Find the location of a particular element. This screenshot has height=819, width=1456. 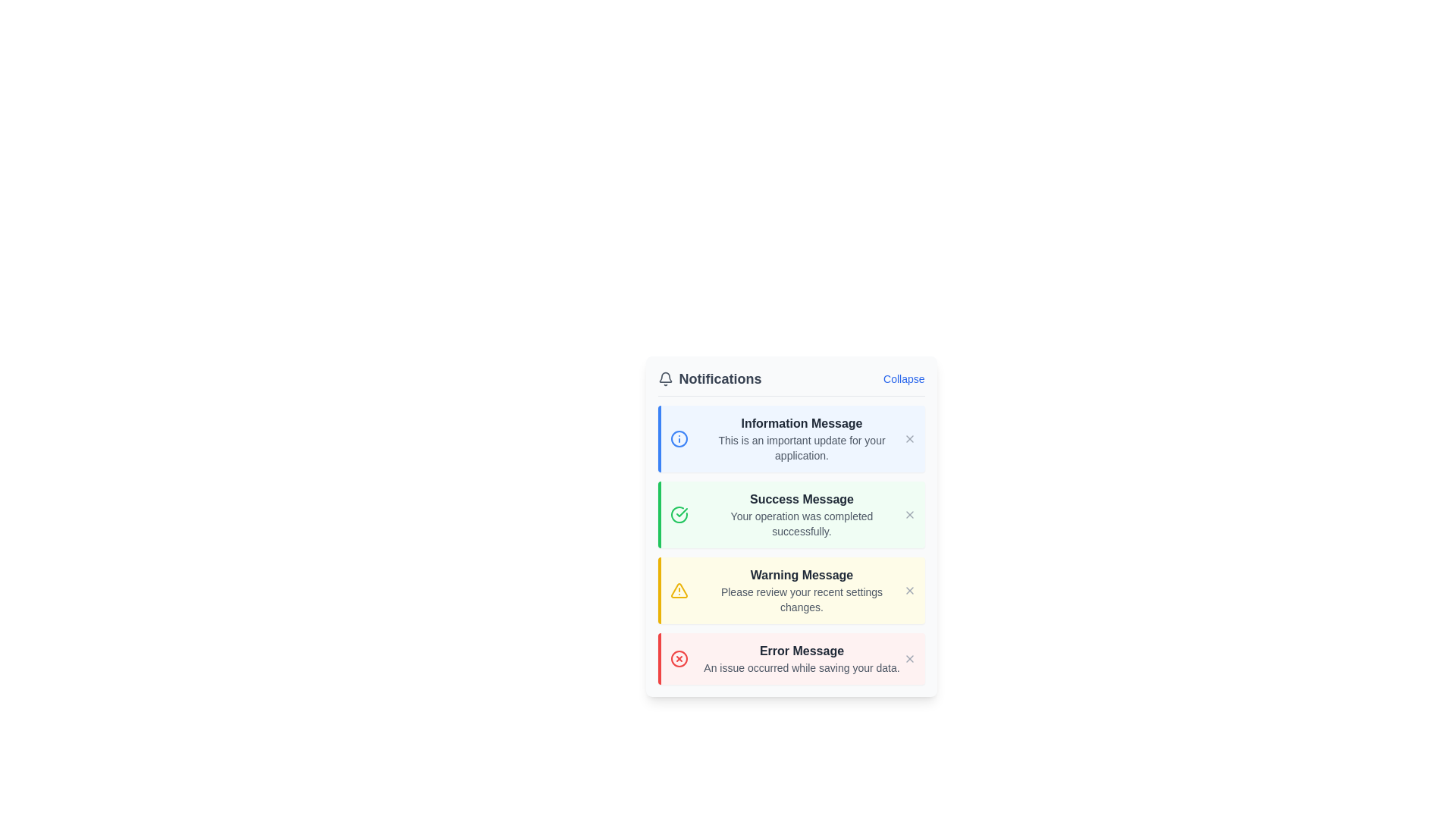

the success status icon located to the left of the text 'Your operation was completed successfully' within the green success message box is located at coordinates (680, 512).